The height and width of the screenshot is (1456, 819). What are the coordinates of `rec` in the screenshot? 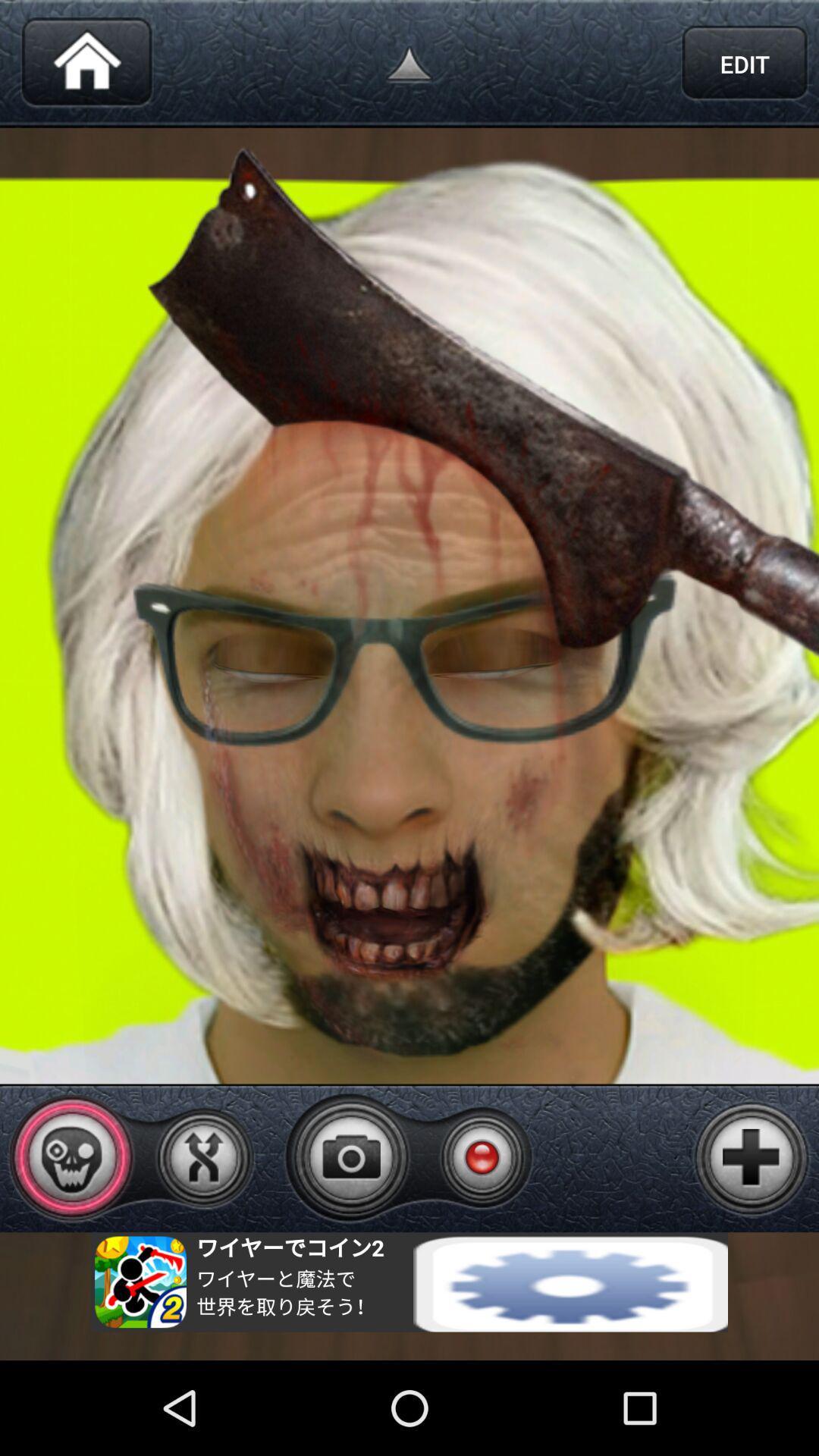 It's located at (482, 1156).